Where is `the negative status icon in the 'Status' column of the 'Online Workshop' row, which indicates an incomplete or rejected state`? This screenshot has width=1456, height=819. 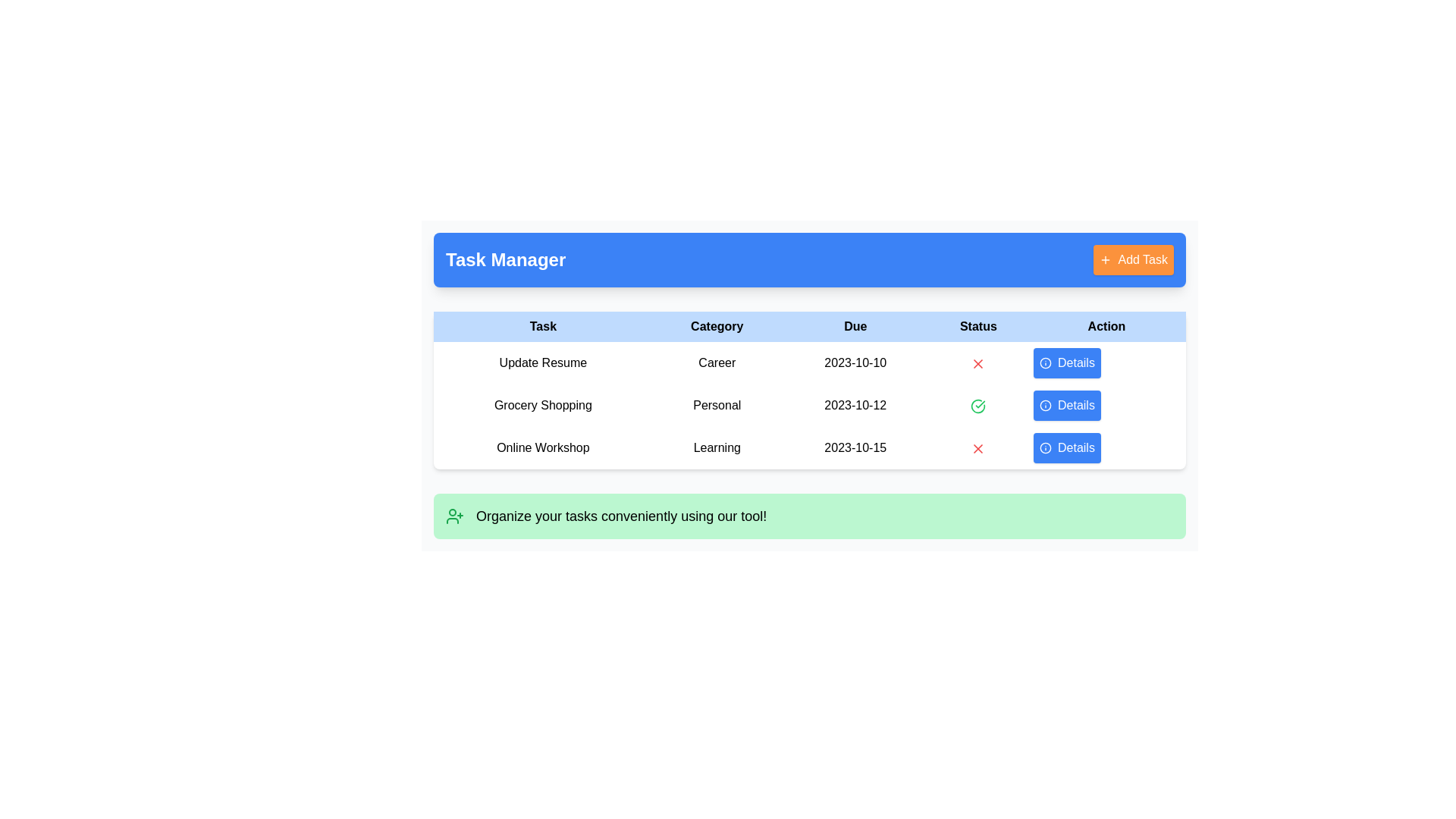
the negative status icon in the 'Status' column of the 'Online Workshop' row, which indicates an incomplete or rejected state is located at coordinates (978, 447).